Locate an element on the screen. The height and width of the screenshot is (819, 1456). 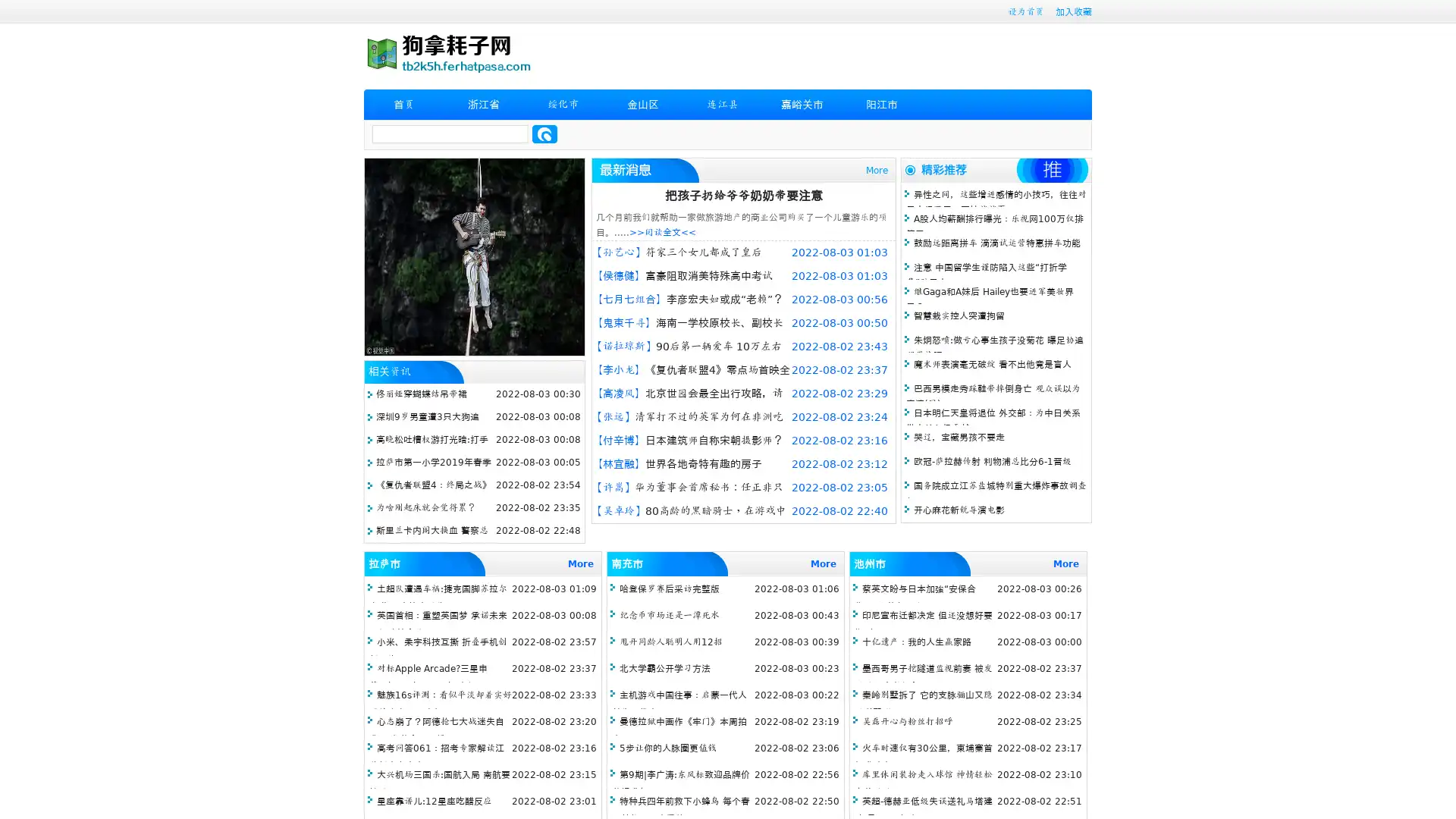
Search is located at coordinates (544, 133).